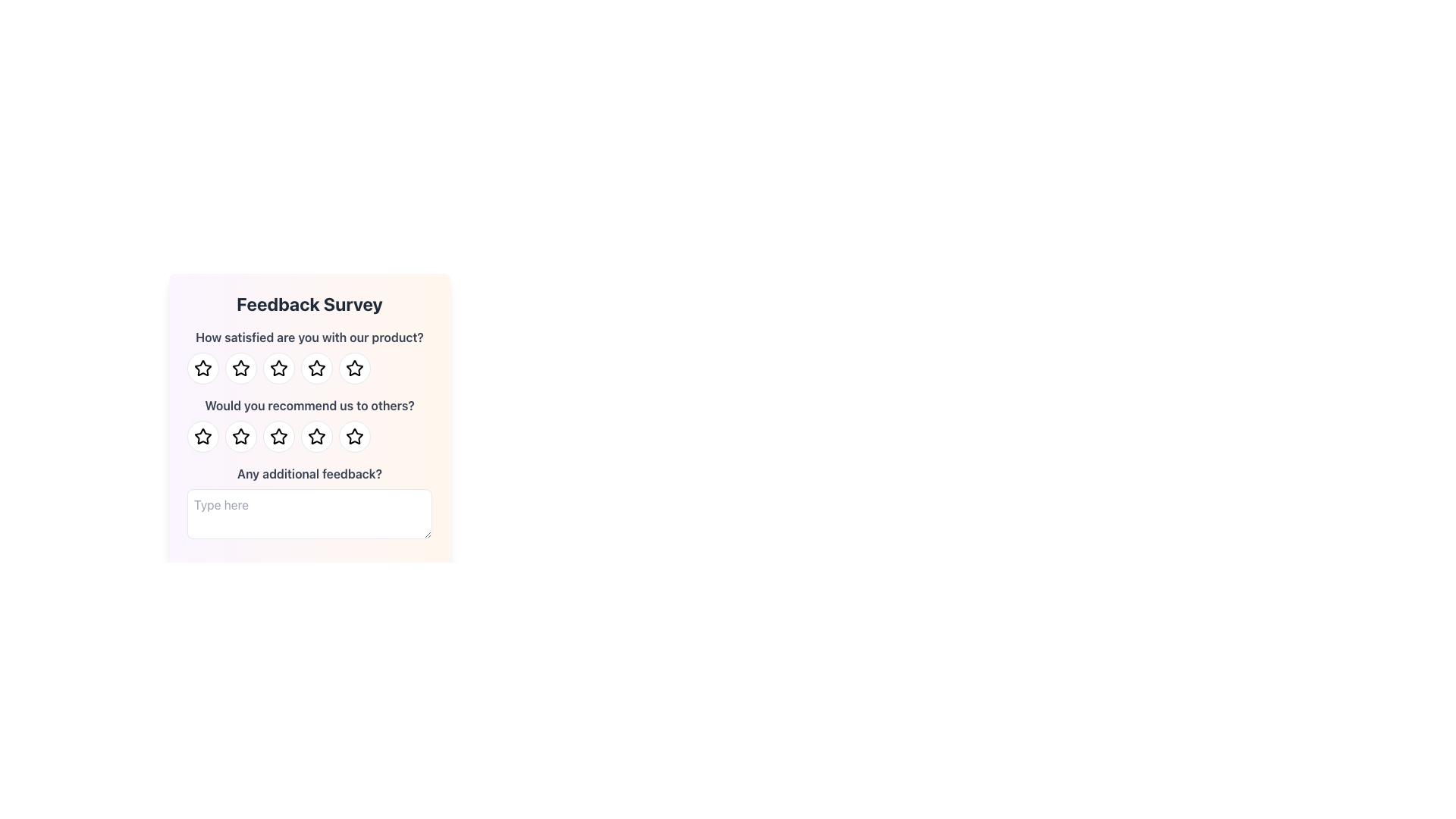 Image resolution: width=1456 pixels, height=819 pixels. I want to click on the second star icon in the second row of the survey under the question 'Would you recommend us to others?', so click(240, 436).